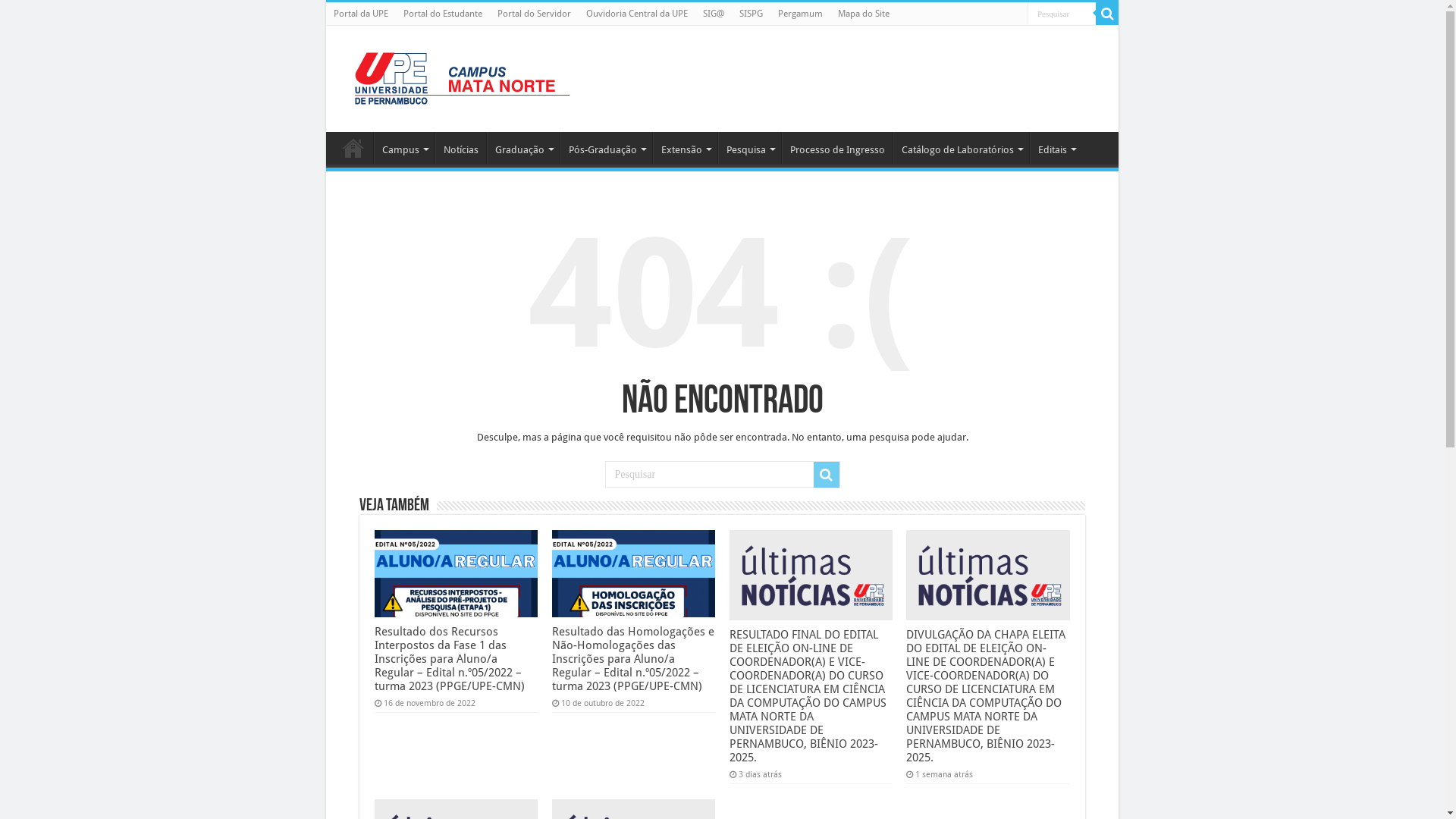  What do you see at coordinates (490, 14) in the screenshot?
I see `'Portal do Servidor'` at bounding box center [490, 14].